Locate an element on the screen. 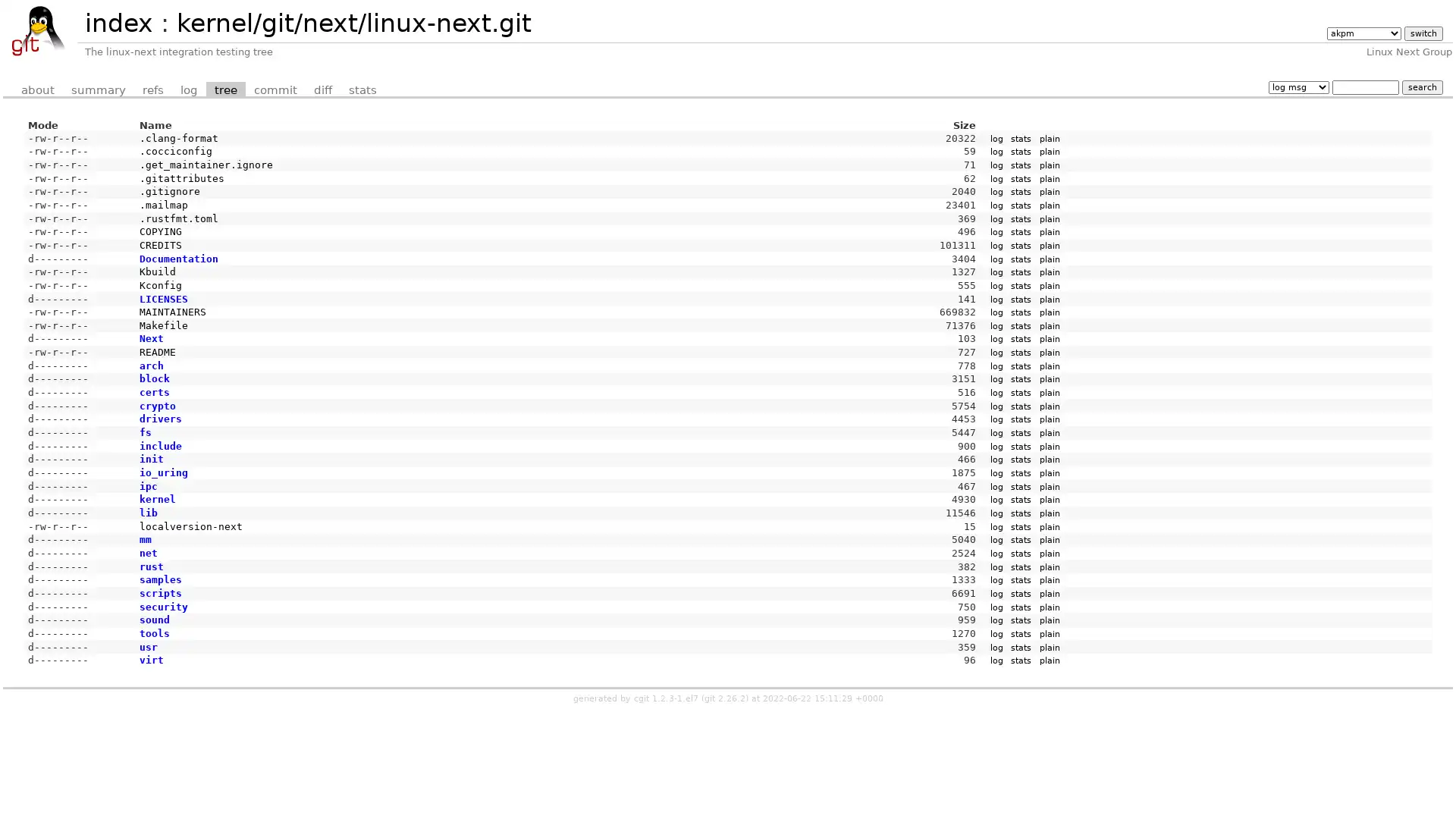  switch is located at coordinates (1422, 33).